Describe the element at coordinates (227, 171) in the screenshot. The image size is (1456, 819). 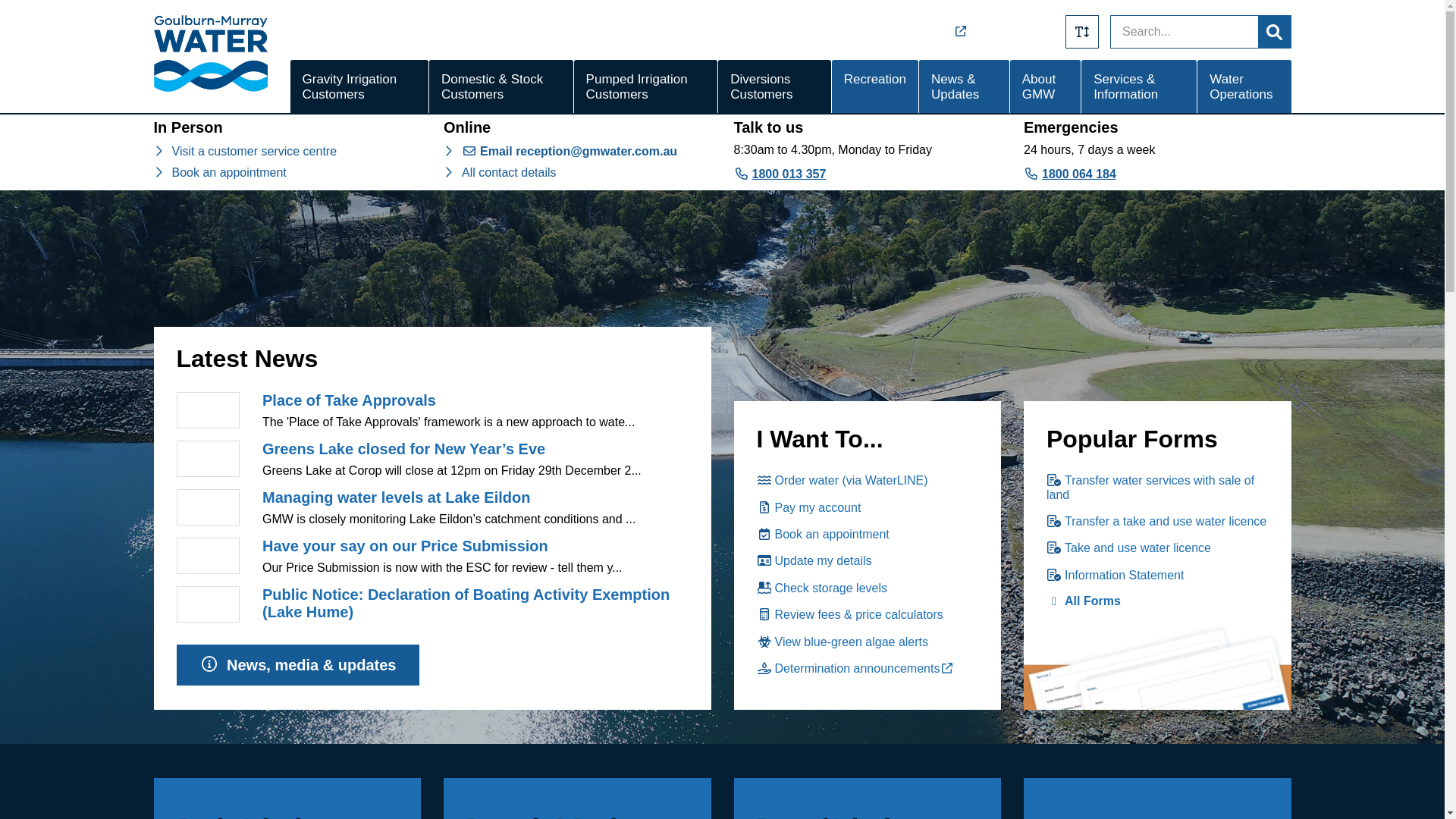
I see `'Book an appointment'` at that location.